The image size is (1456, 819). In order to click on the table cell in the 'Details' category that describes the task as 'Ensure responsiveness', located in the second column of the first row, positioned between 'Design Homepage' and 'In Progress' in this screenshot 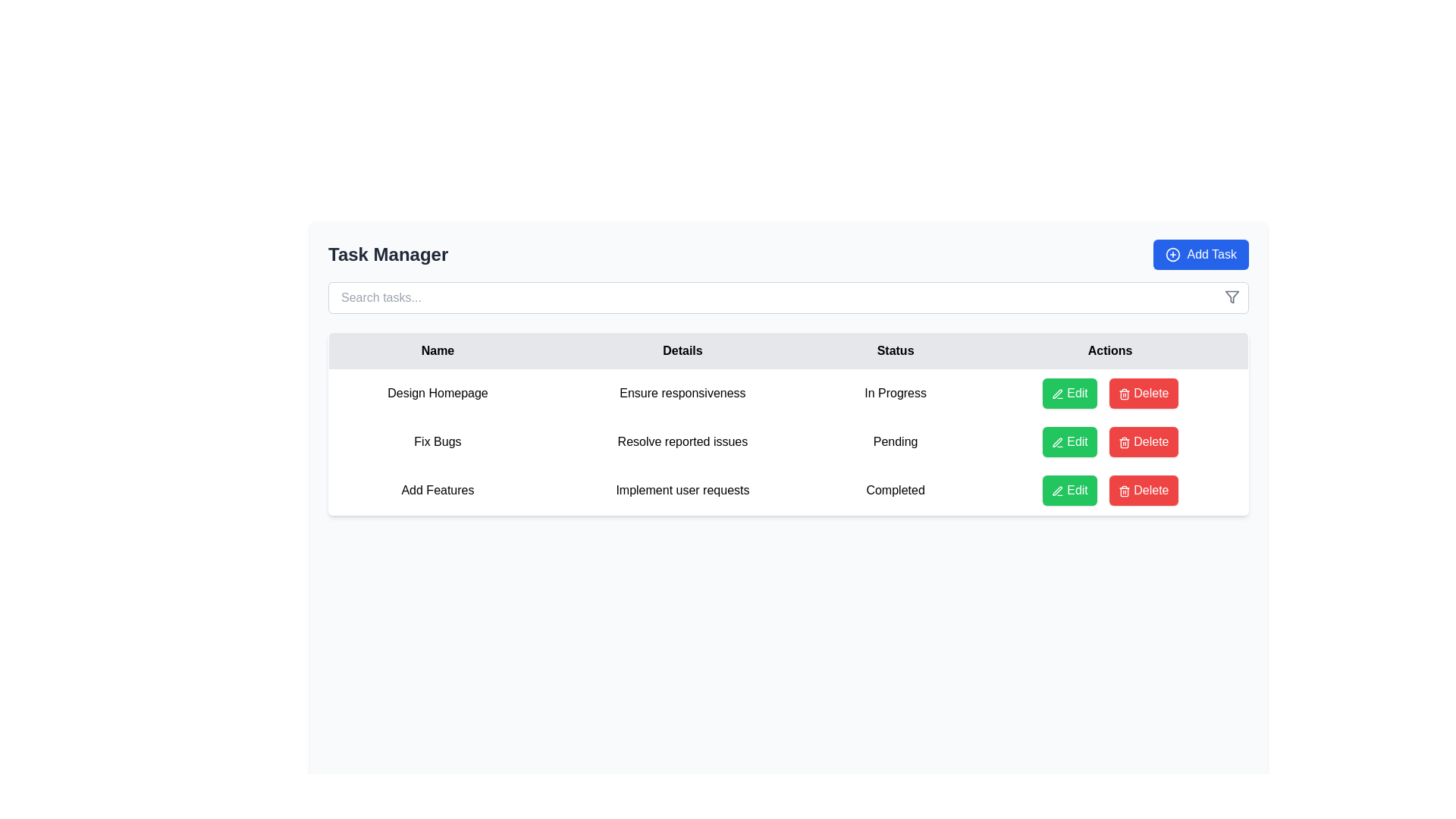, I will do `click(682, 393)`.